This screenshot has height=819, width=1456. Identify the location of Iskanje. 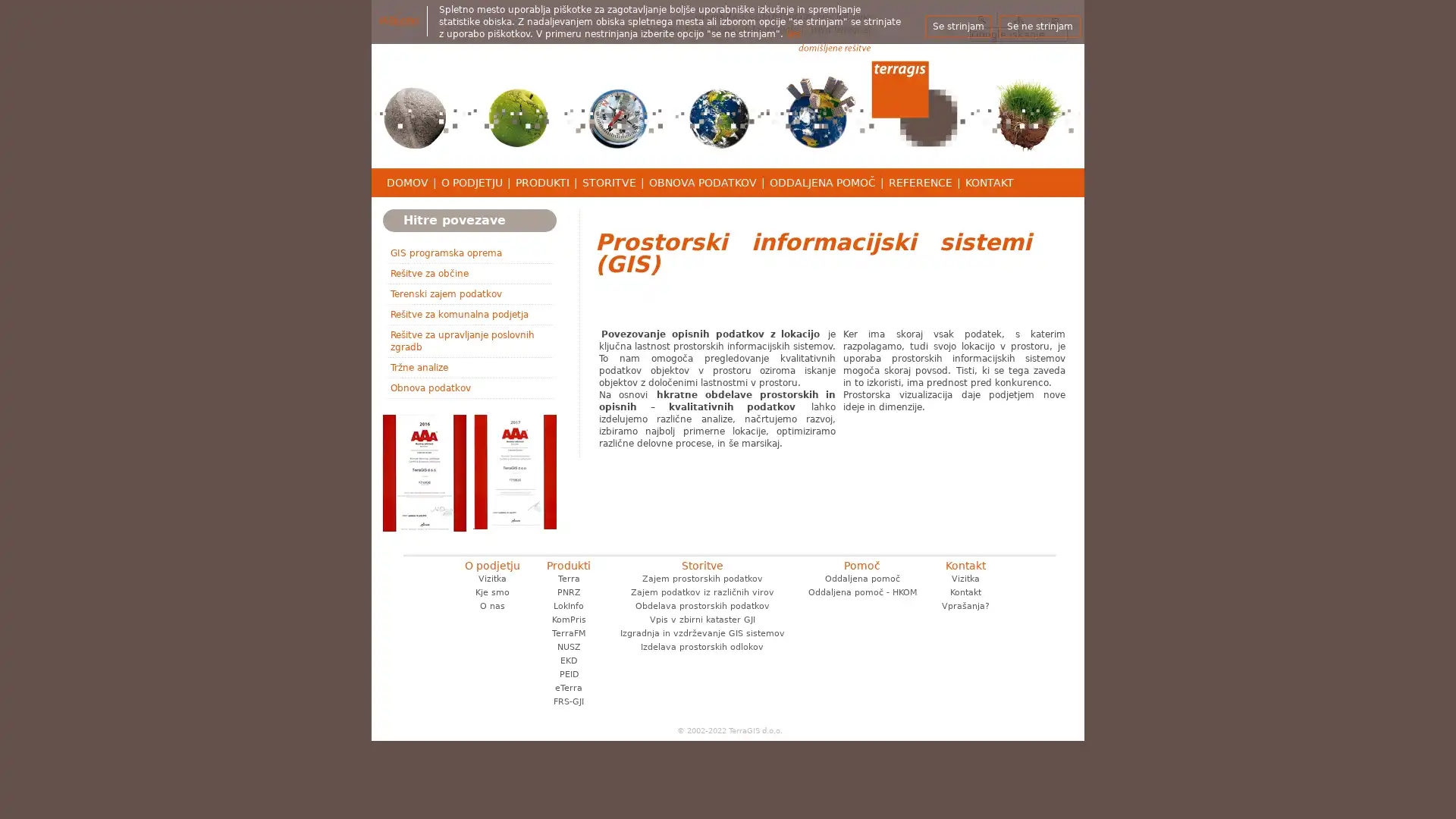
(982, 18).